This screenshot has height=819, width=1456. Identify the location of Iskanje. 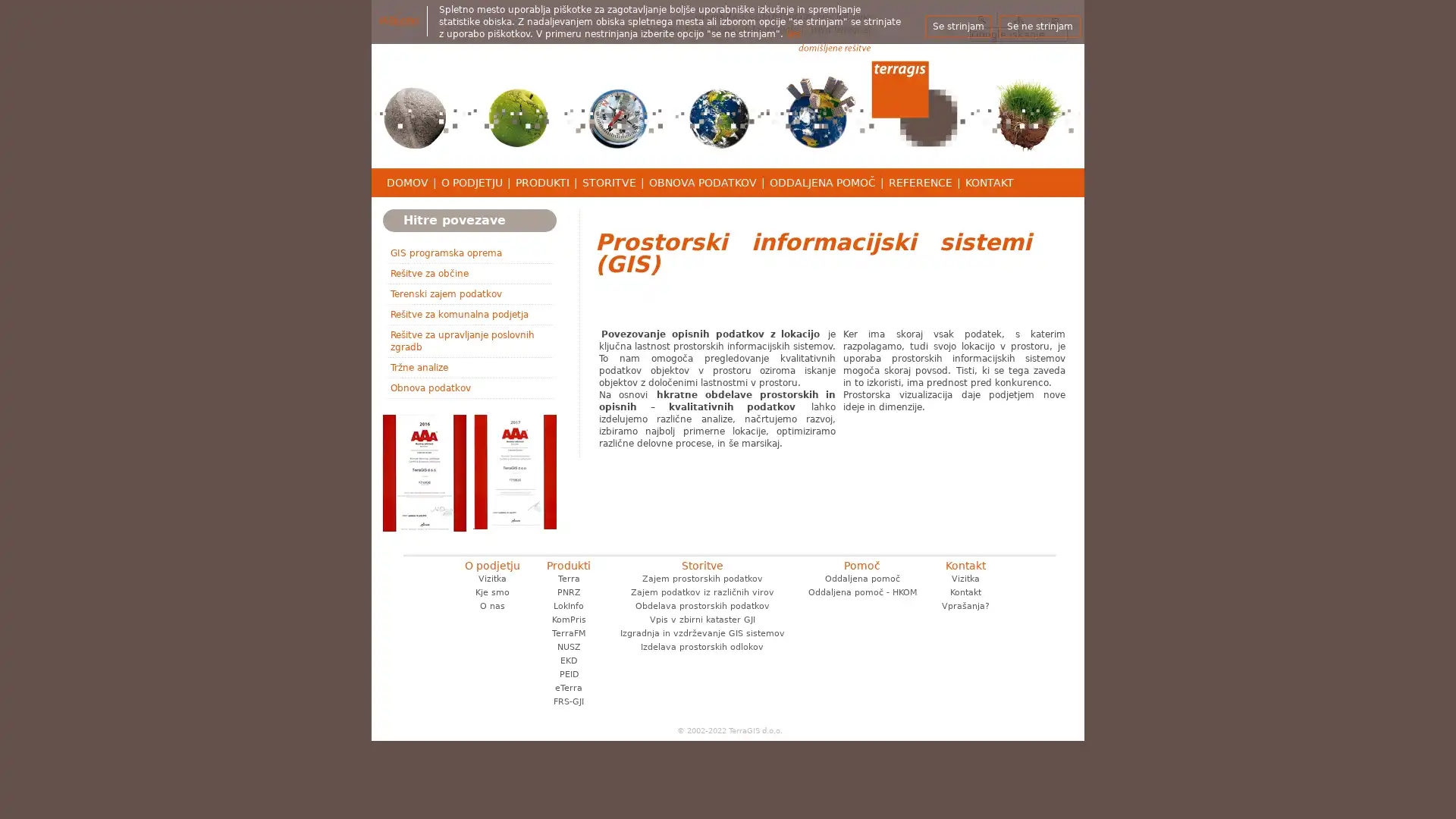
(982, 18).